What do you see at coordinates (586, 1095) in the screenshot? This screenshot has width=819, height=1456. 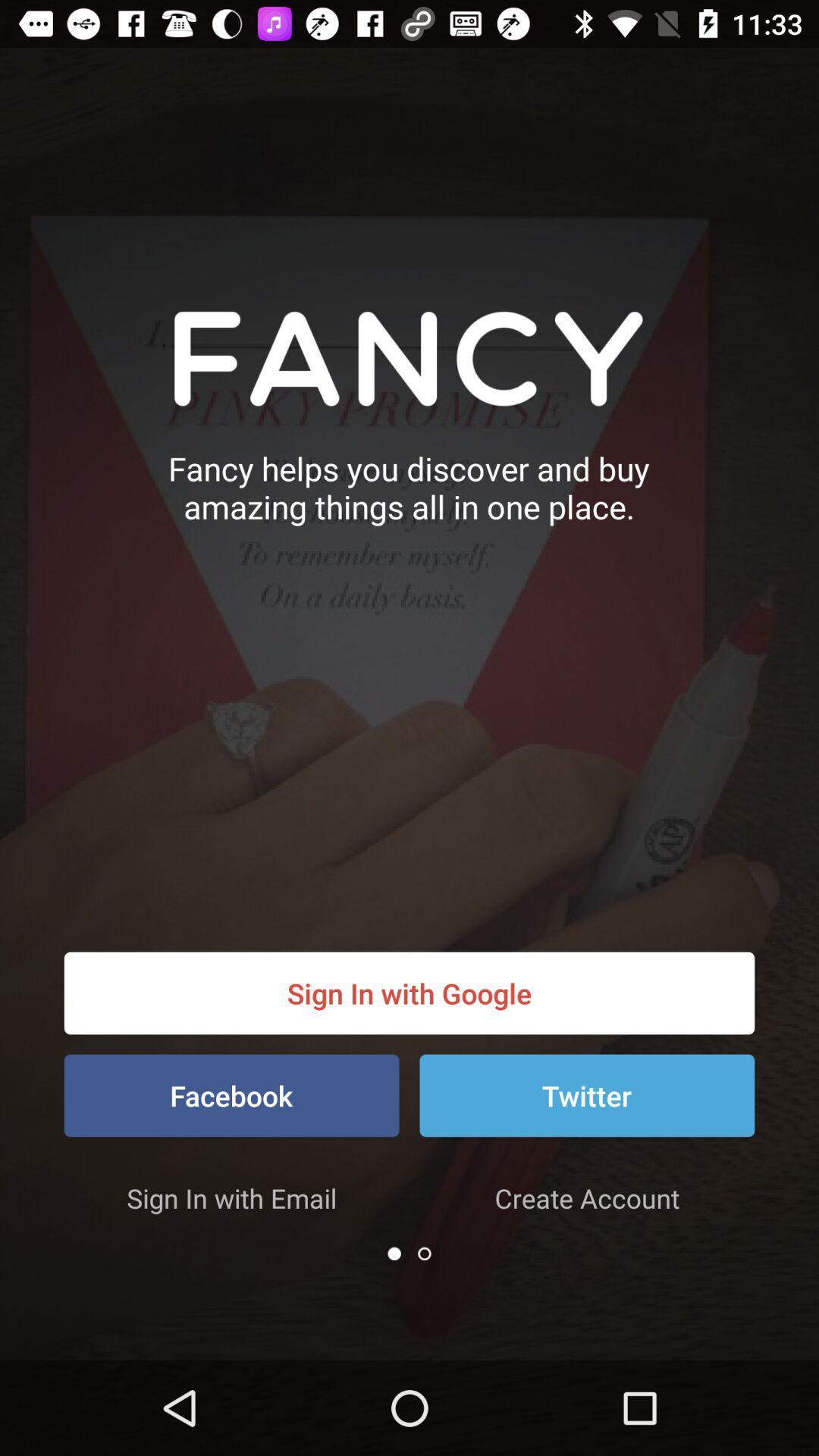 I see `the icon next to facebook item` at bounding box center [586, 1095].